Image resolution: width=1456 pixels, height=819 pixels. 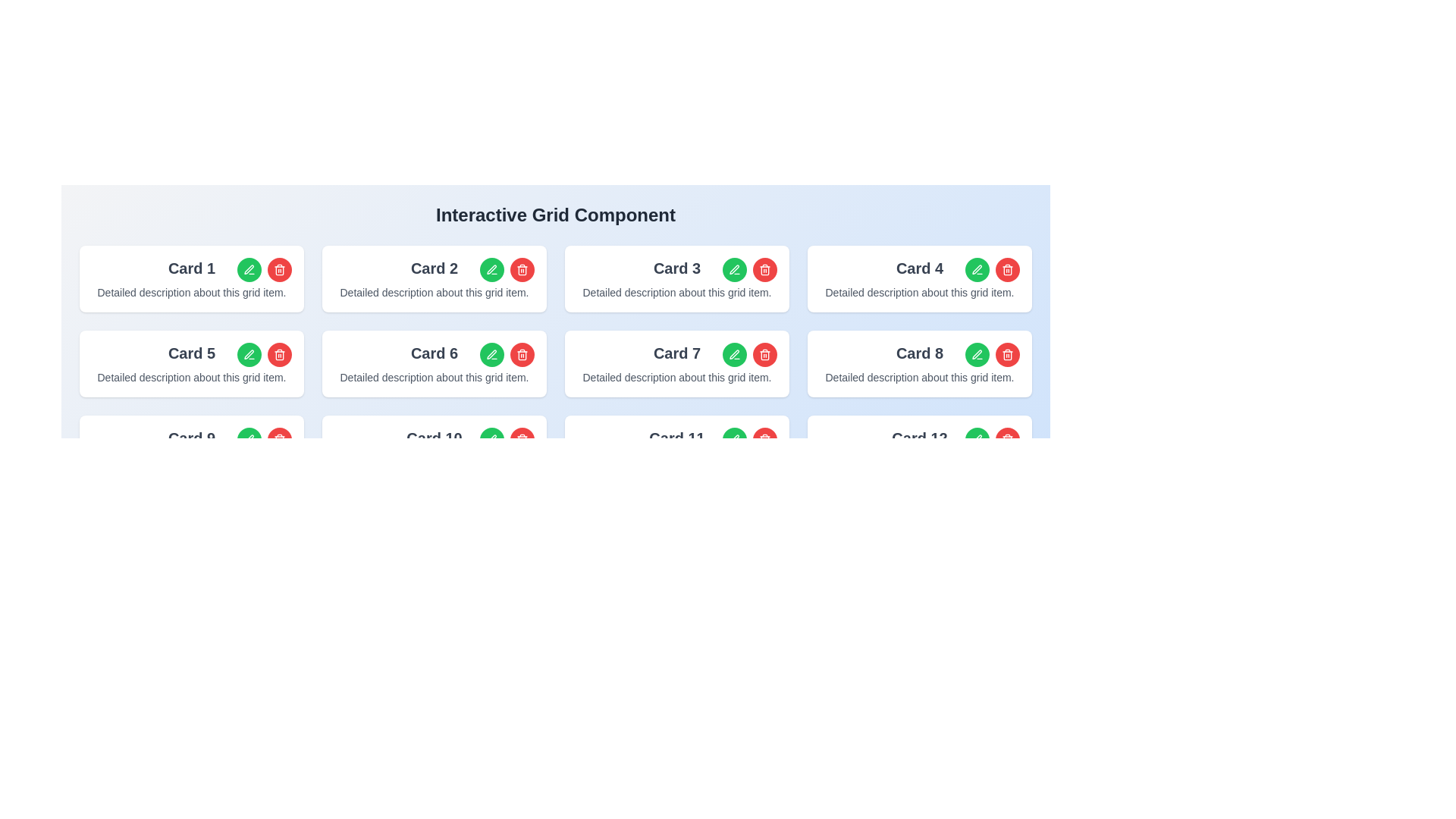 I want to click on the edit pen icon for 'Card 9', which is the leftmost icon in the card's action section, so click(x=249, y=439).